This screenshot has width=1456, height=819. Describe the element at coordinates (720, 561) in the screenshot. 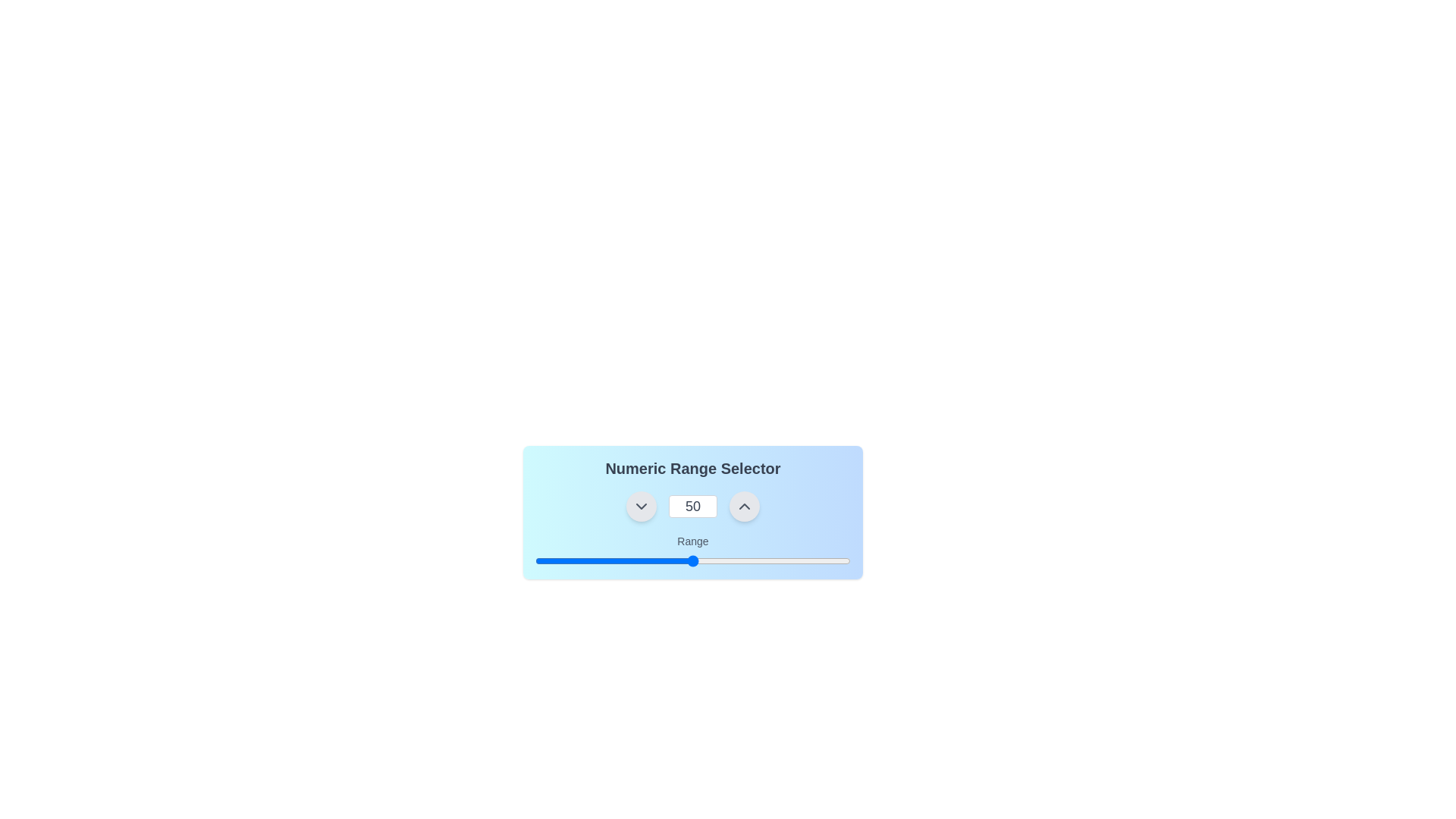

I see `range` at that location.